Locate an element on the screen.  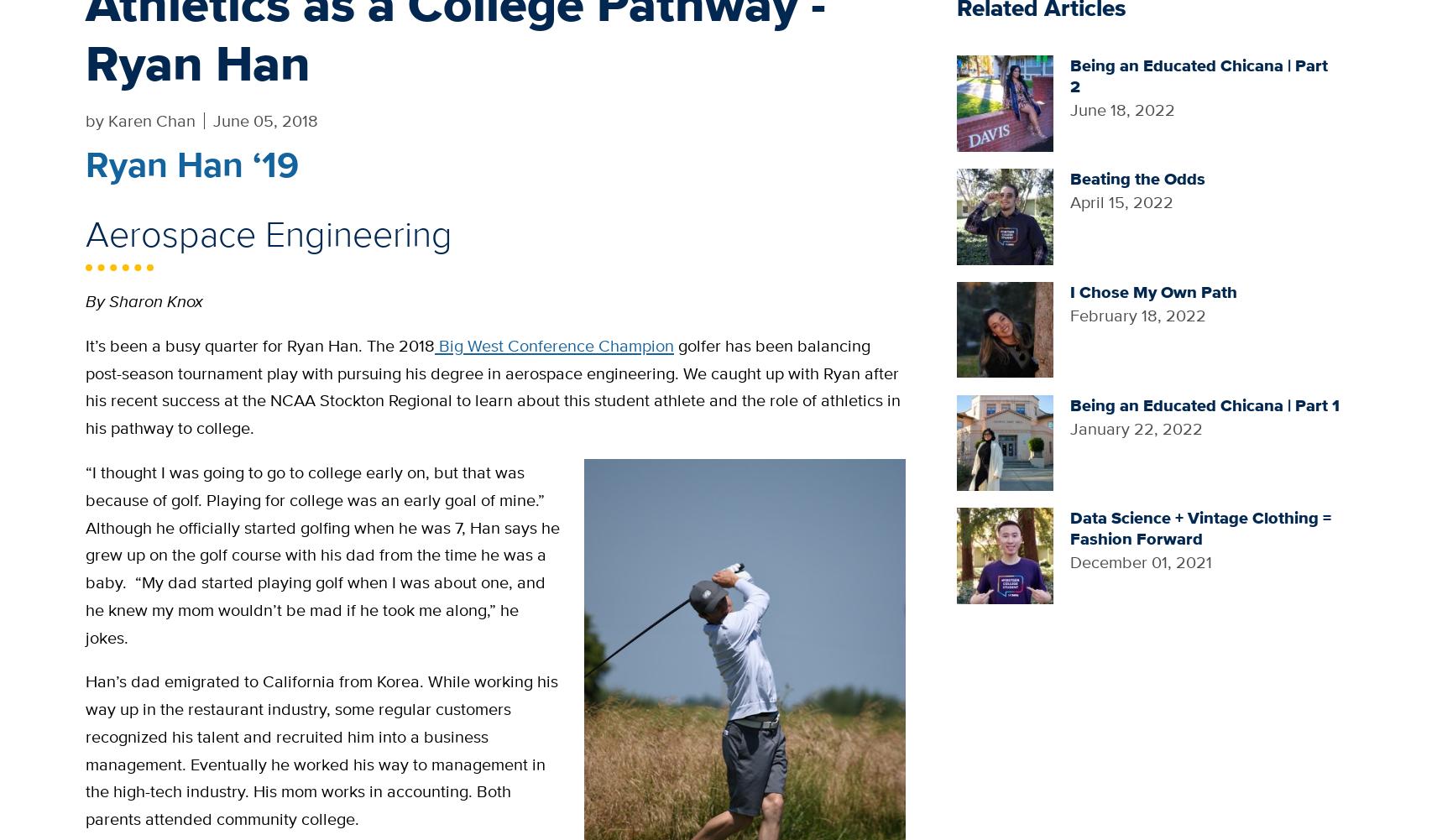
'Being an Educated Chicana | Part 1' is located at coordinates (1203, 404).